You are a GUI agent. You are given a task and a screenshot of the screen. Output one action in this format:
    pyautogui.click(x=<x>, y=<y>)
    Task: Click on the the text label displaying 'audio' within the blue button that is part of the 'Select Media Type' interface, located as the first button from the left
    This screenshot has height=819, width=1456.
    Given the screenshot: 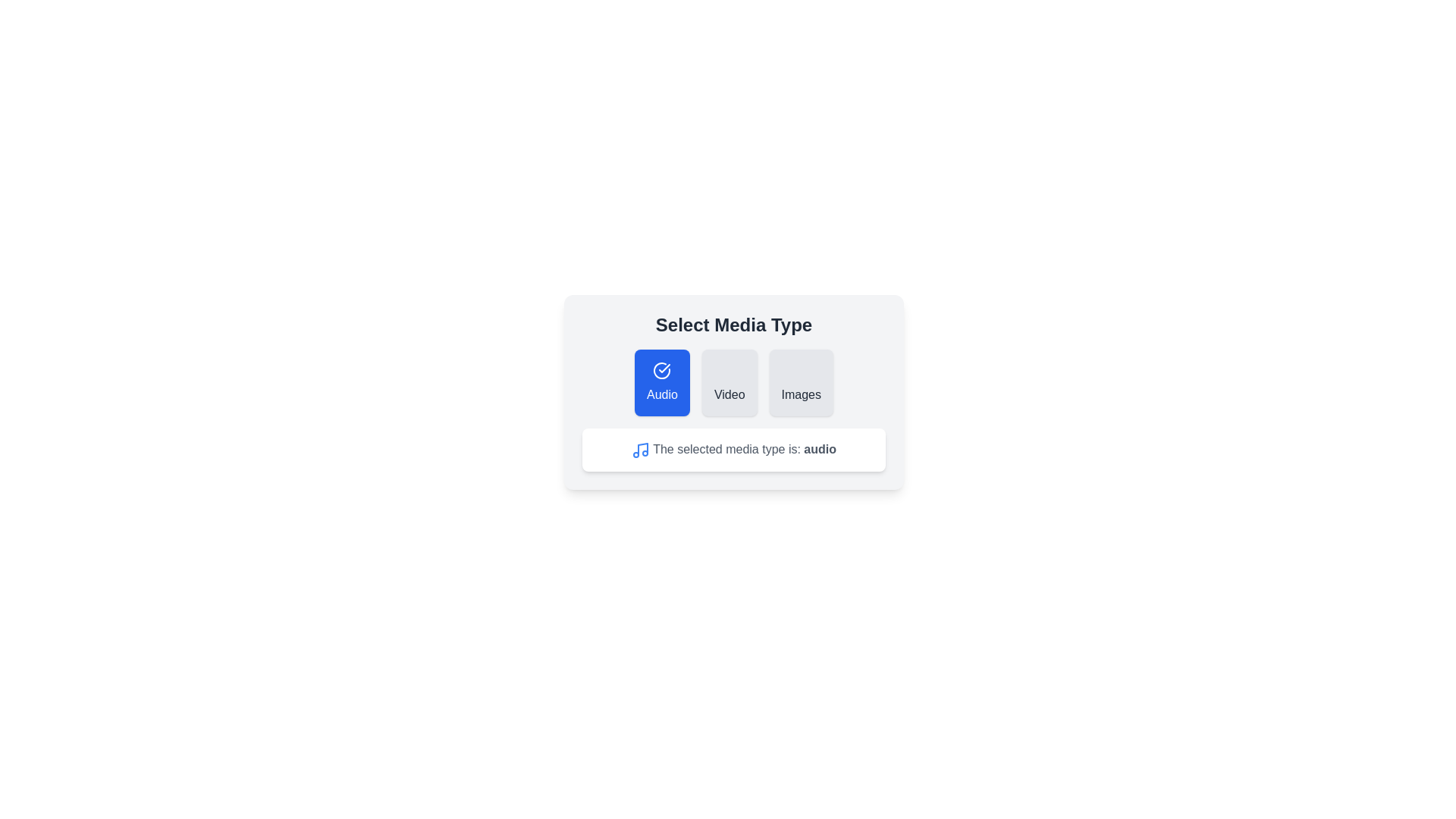 What is the action you would take?
    pyautogui.click(x=662, y=394)
    